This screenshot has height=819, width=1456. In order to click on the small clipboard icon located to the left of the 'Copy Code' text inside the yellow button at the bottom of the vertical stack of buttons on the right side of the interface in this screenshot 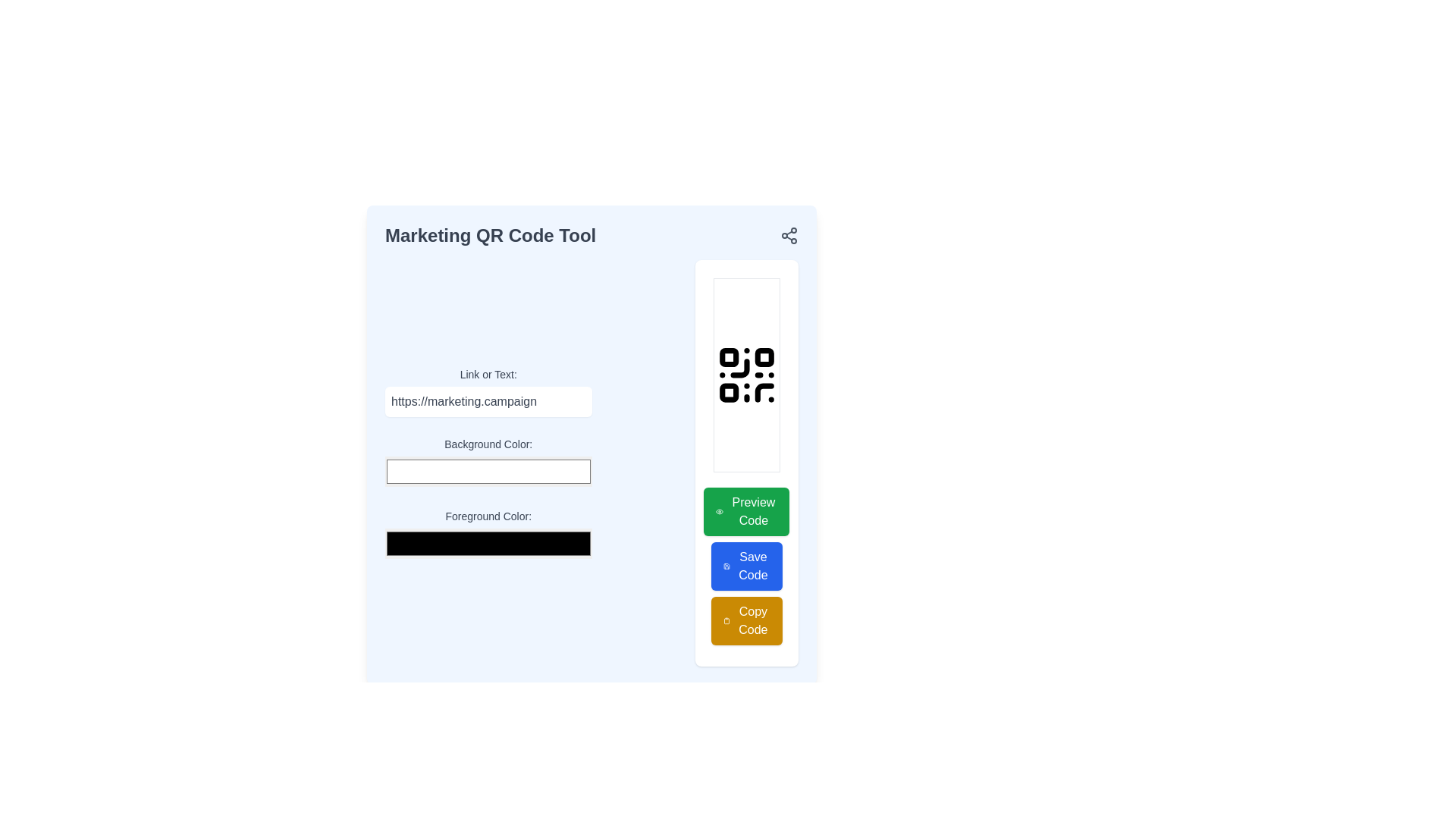, I will do `click(726, 620)`.